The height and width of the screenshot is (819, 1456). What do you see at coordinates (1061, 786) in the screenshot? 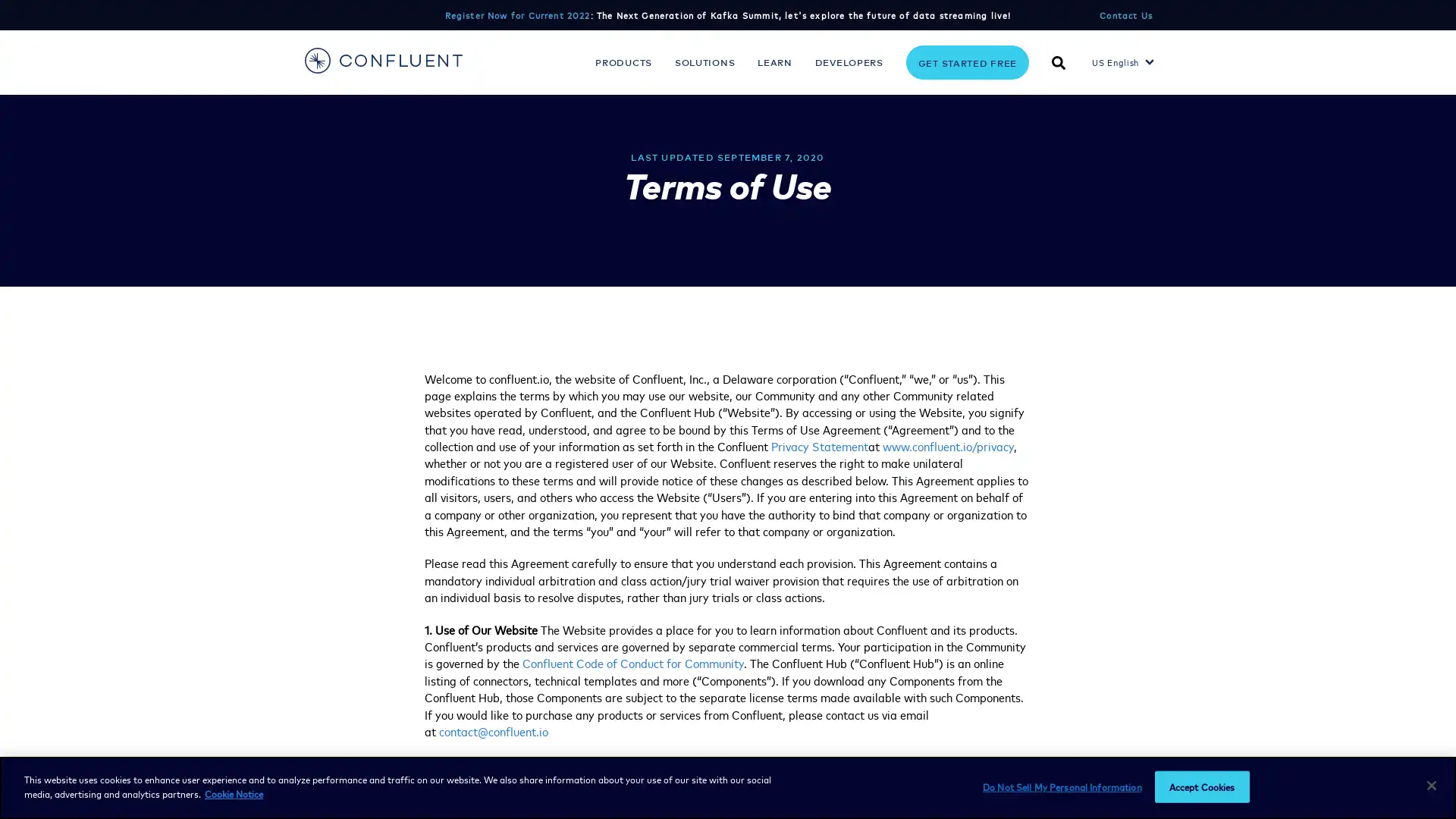
I see `Do Not Sell My Personal Information` at bounding box center [1061, 786].